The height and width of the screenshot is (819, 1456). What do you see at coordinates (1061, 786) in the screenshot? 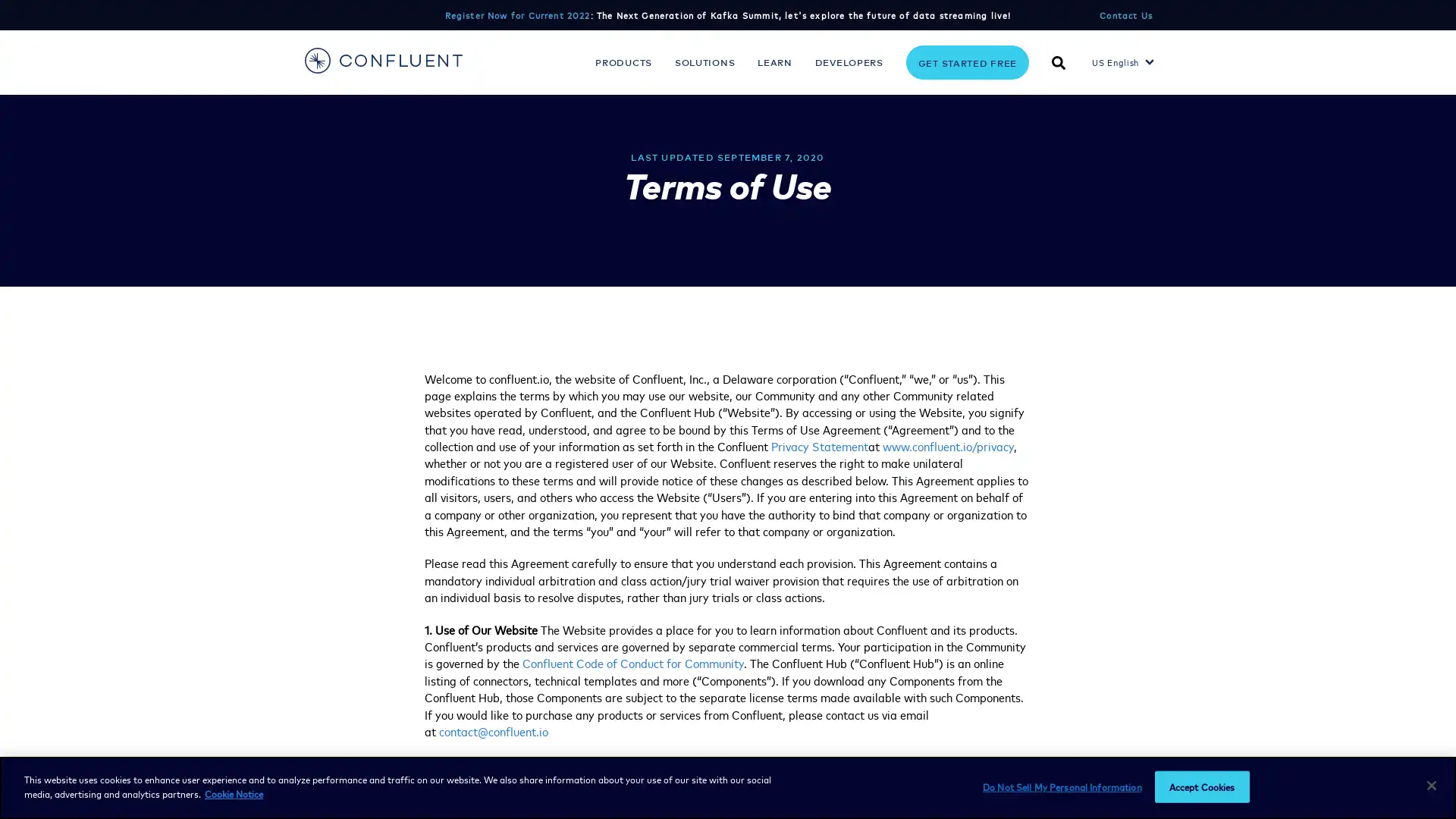
I see `Do Not Sell My Personal Information` at bounding box center [1061, 786].